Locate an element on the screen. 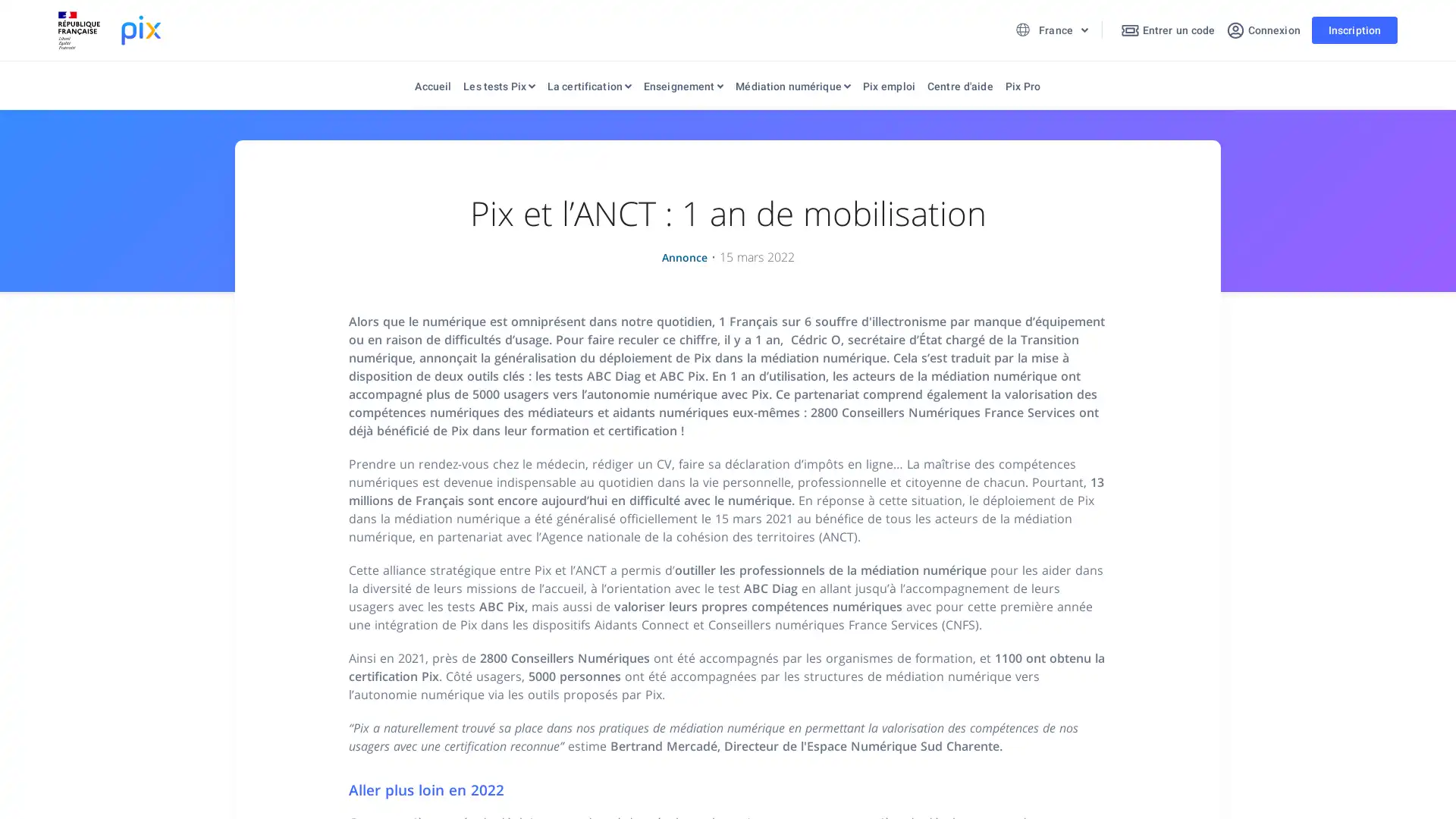 The image size is (1456, 819). La certification is located at coordinates (588, 89).